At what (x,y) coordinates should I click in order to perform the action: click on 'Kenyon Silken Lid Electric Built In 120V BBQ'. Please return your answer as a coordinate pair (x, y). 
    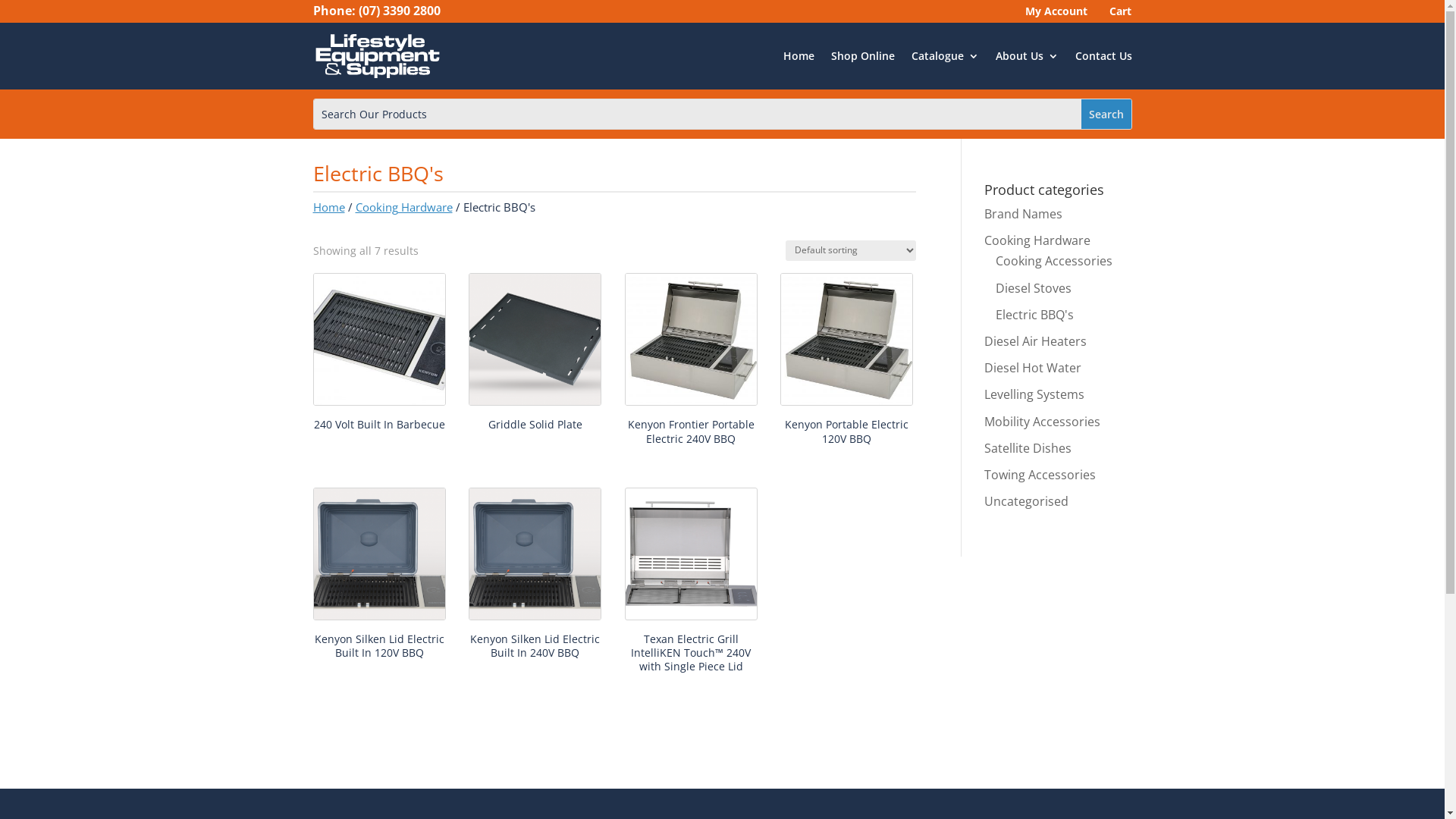
    Looking at the image, I should click on (378, 576).